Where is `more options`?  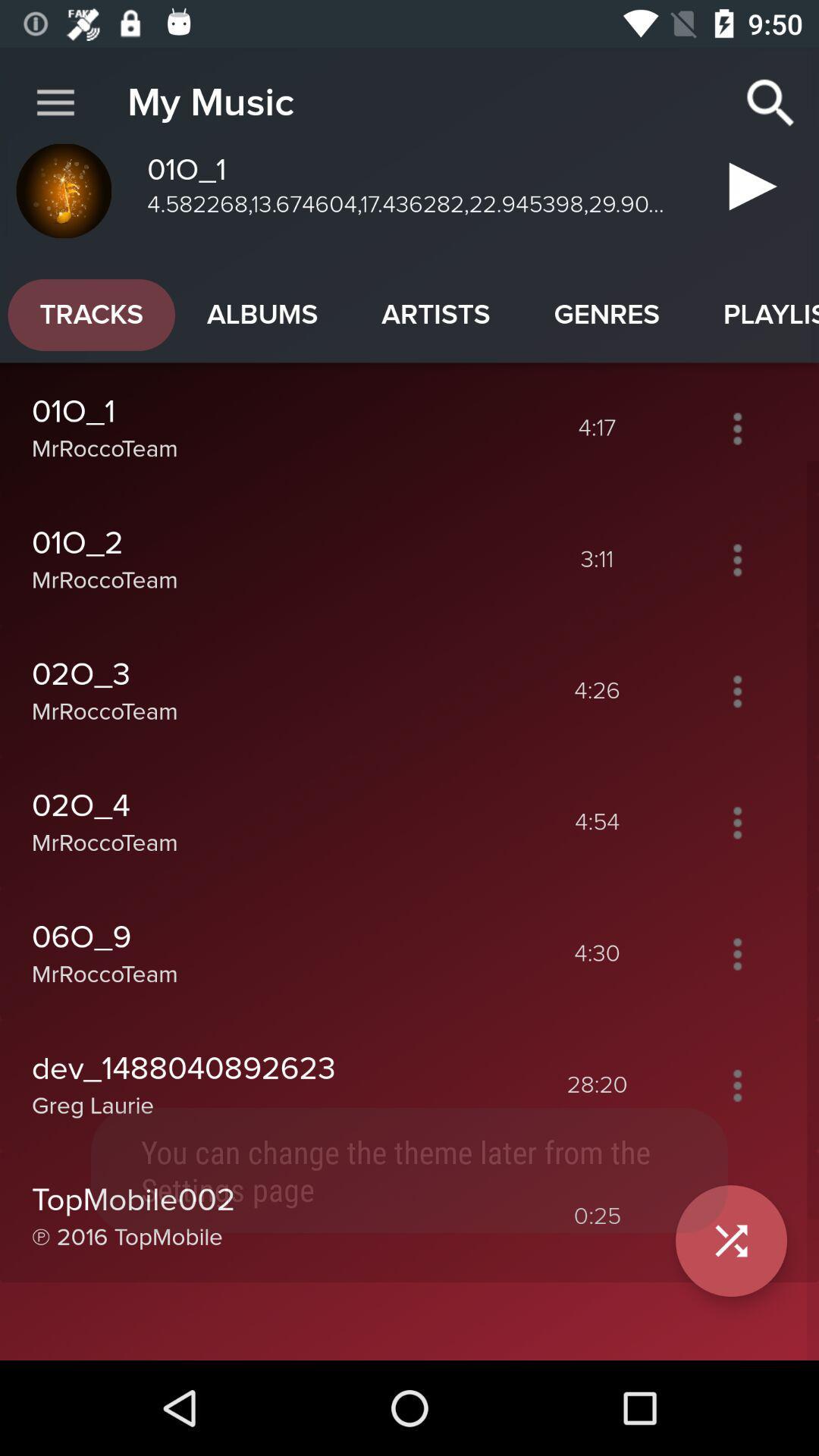 more options is located at coordinates (736, 821).